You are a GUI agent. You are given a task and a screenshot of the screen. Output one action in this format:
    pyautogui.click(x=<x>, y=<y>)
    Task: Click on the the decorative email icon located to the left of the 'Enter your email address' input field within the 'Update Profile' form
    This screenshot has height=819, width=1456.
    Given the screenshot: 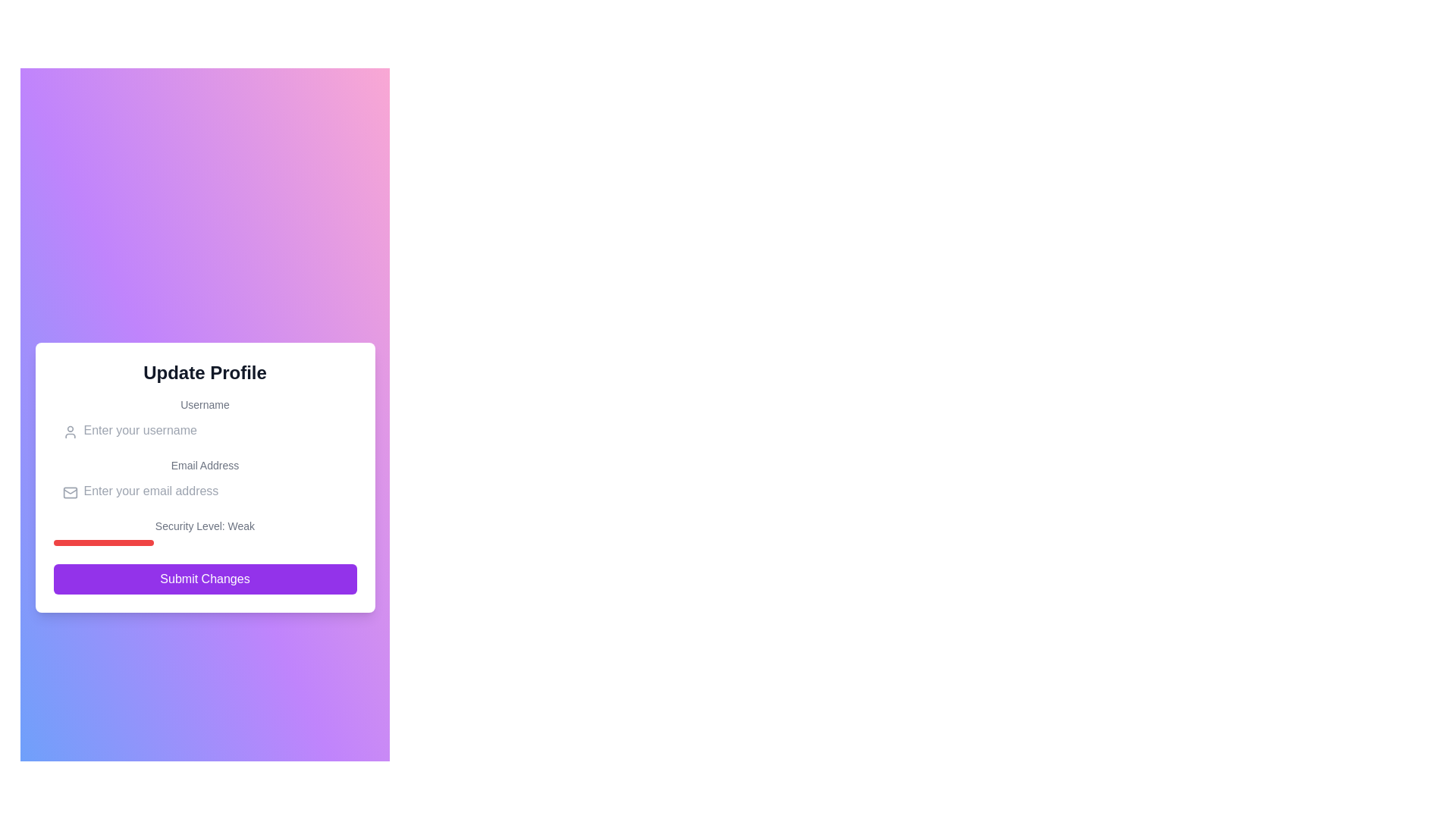 What is the action you would take?
    pyautogui.click(x=69, y=493)
    